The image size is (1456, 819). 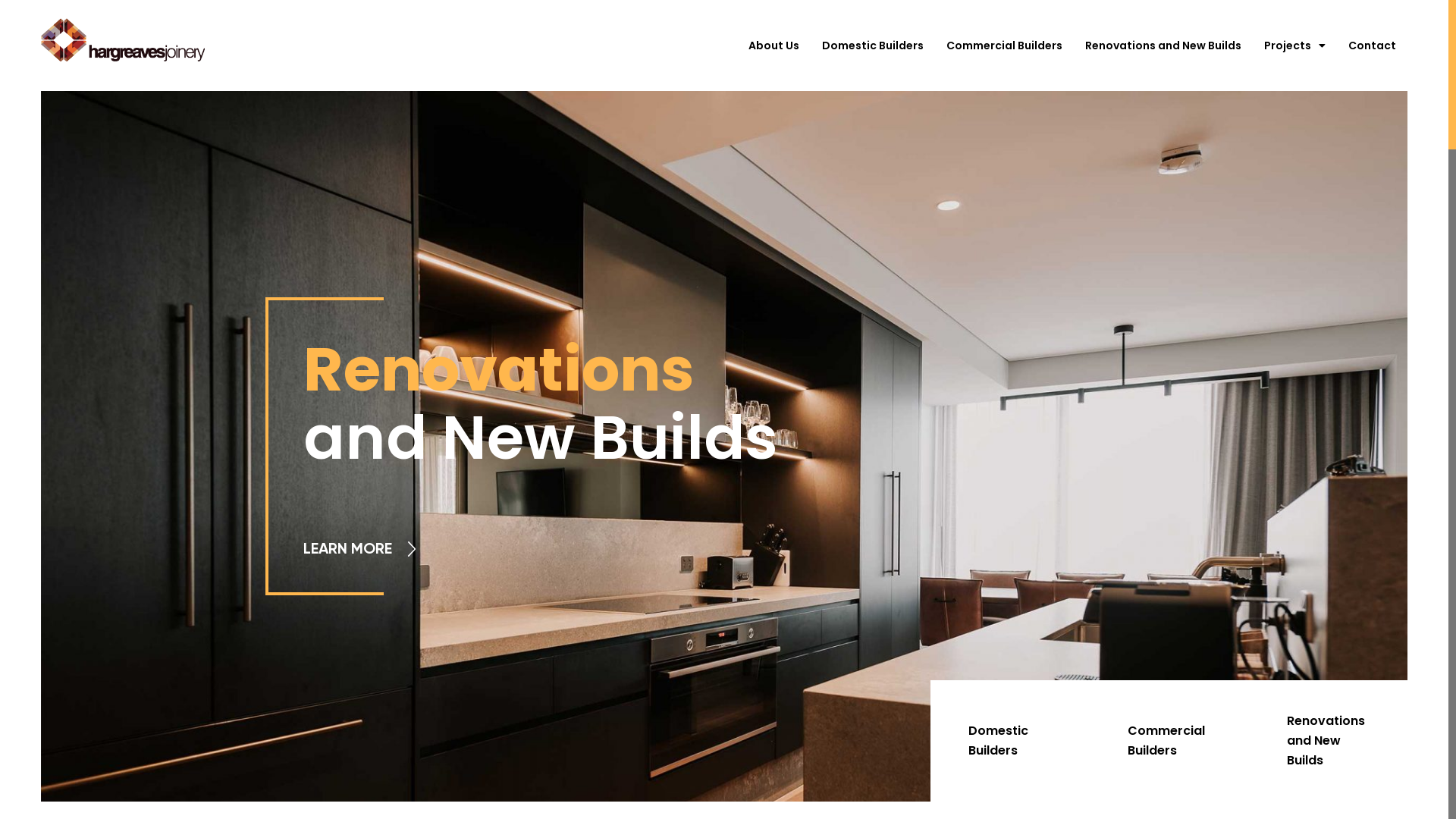 What do you see at coordinates (773, 45) in the screenshot?
I see `'About Us'` at bounding box center [773, 45].